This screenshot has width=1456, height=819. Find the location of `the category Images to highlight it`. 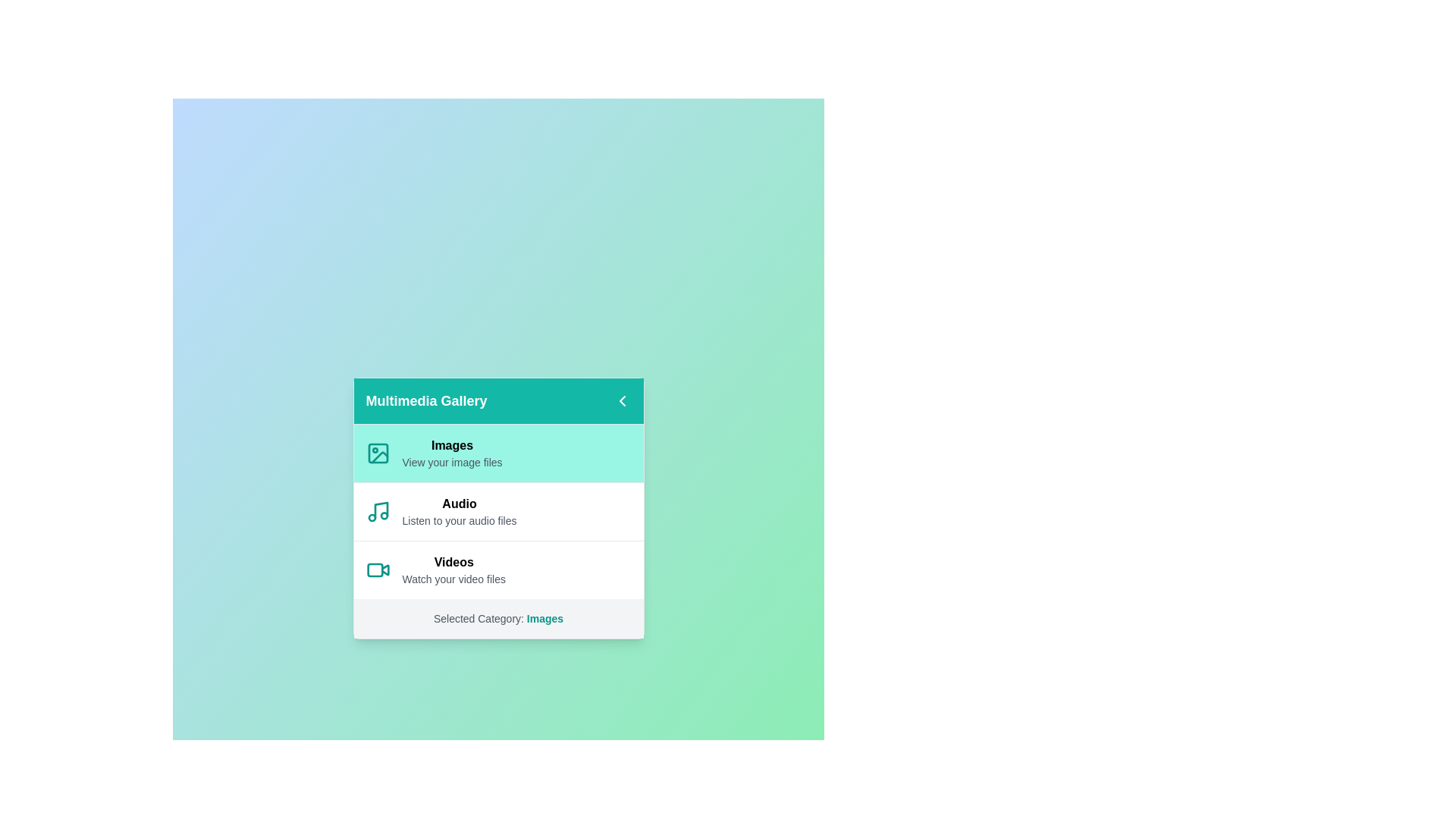

the category Images to highlight it is located at coordinates (498, 452).